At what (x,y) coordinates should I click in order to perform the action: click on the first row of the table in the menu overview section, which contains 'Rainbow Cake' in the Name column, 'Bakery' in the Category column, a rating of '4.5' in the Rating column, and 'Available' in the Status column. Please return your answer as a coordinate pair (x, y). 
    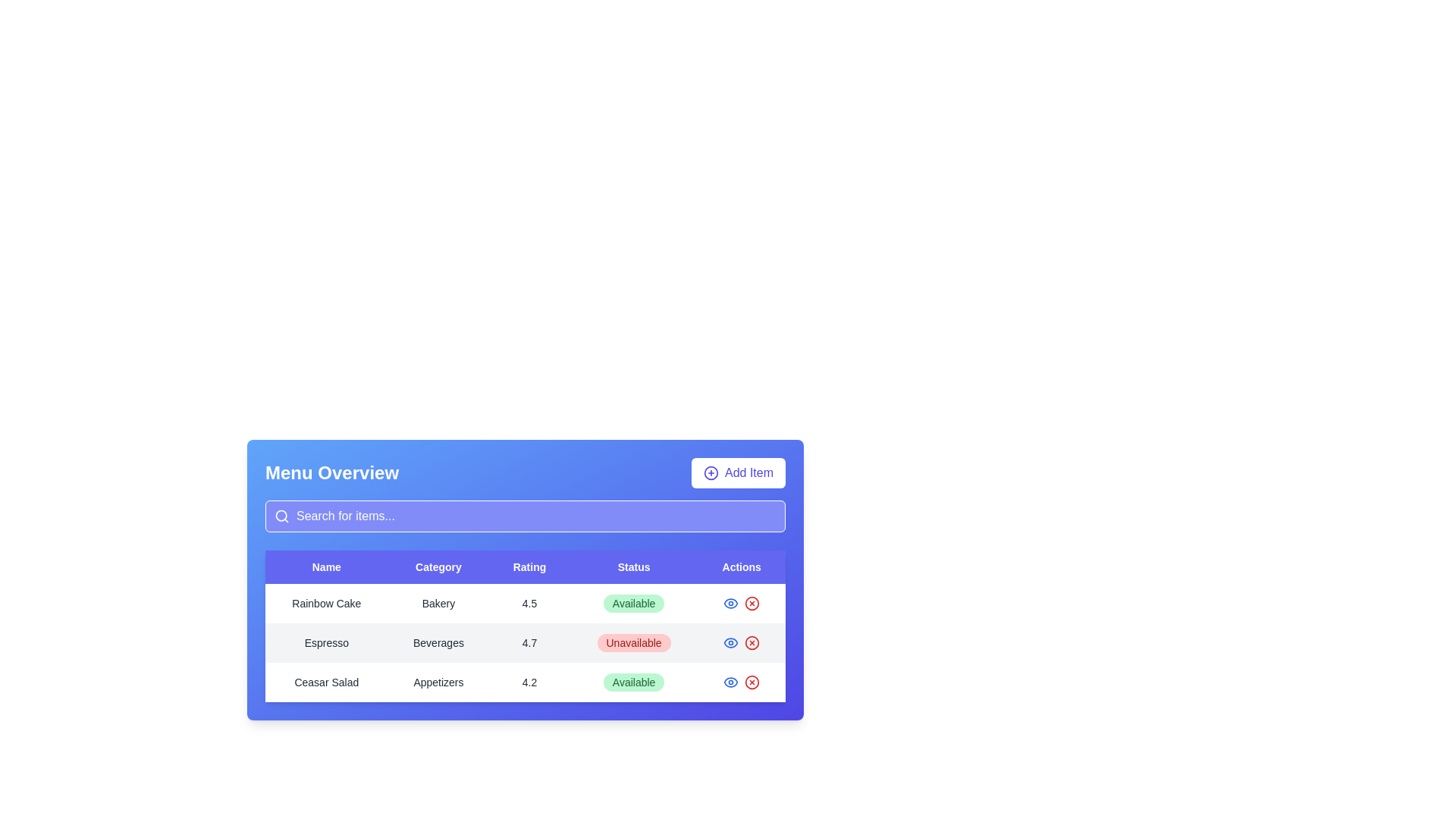
    Looking at the image, I should click on (525, 602).